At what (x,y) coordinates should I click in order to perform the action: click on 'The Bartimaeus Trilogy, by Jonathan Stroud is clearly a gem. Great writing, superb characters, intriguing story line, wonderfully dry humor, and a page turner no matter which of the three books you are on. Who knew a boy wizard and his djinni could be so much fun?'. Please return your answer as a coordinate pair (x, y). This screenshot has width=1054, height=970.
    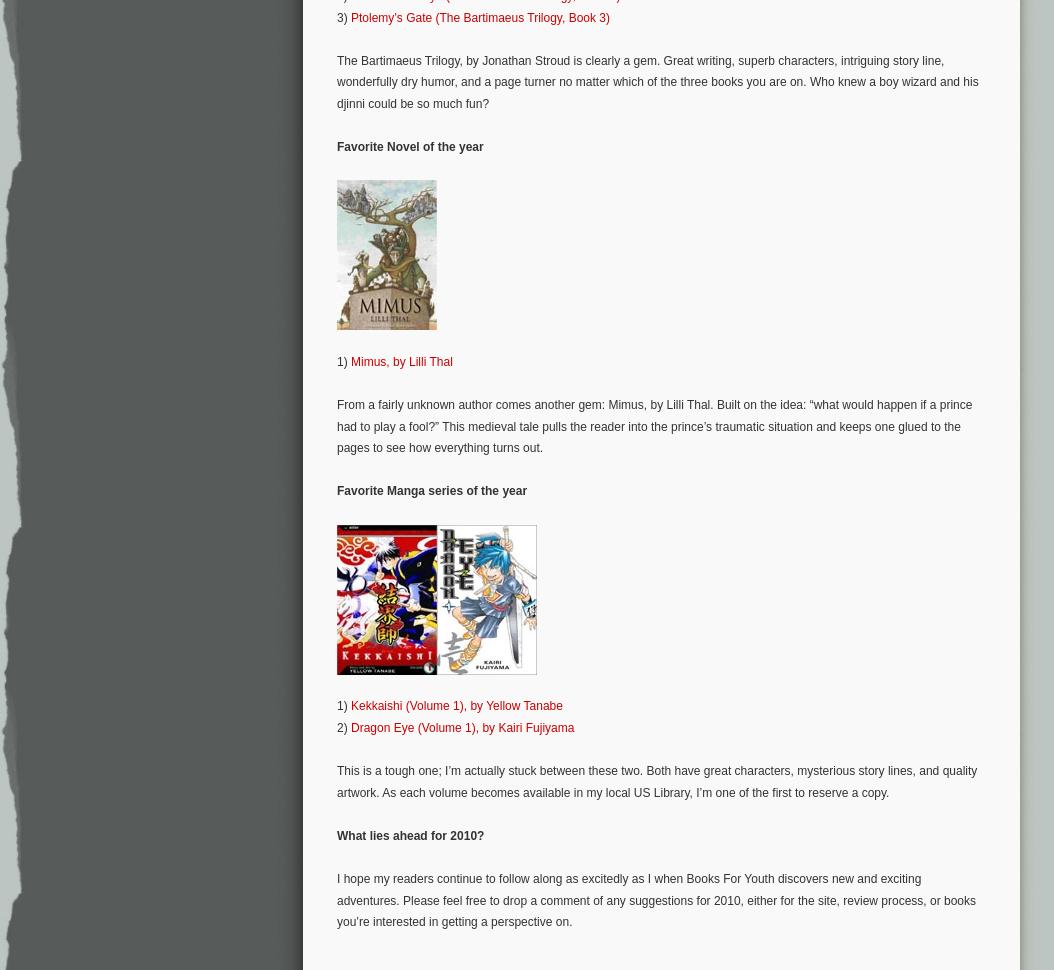
    Looking at the image, I should click on (657, 80).